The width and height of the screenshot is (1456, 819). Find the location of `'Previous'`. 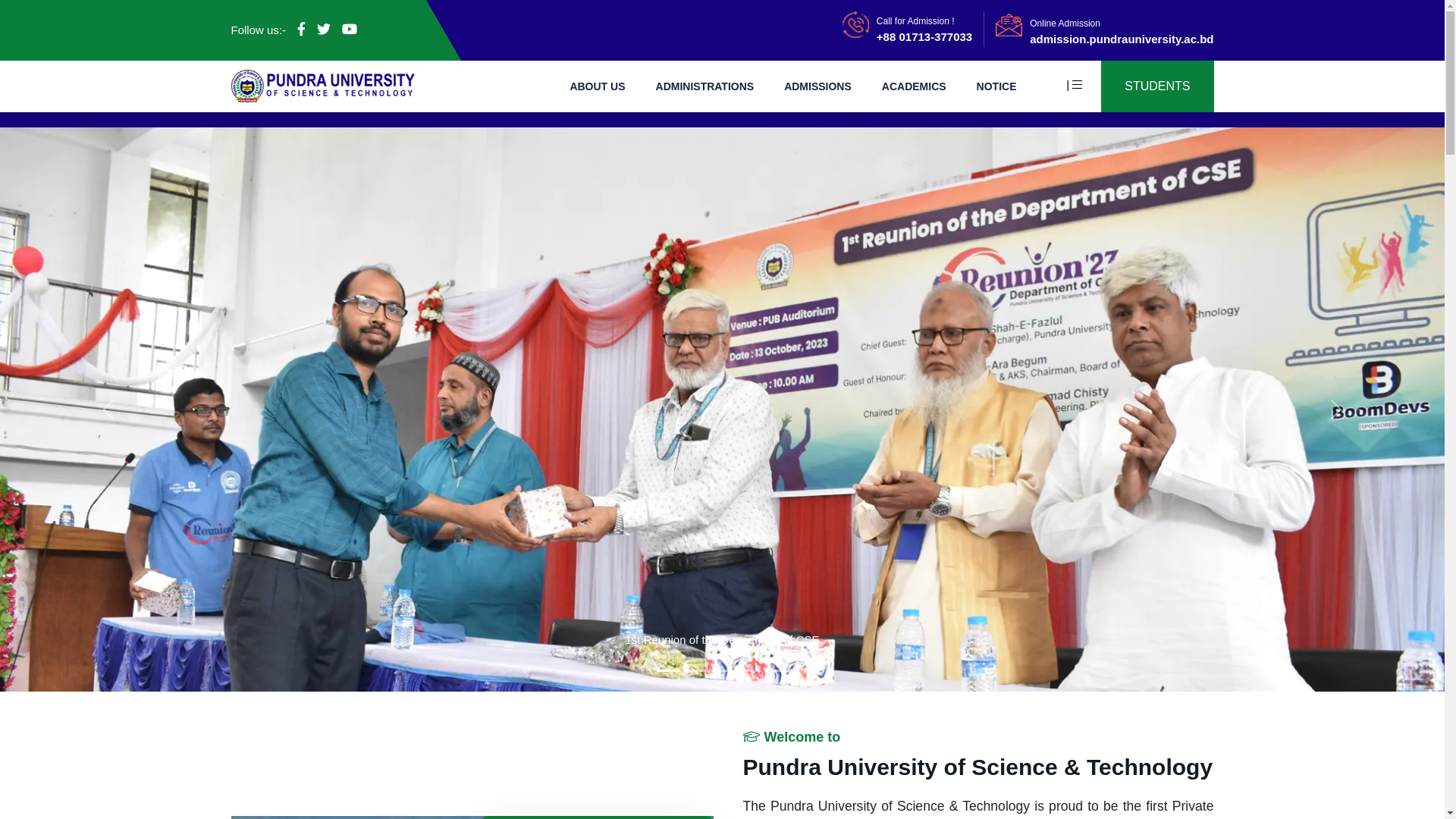

'Previous' is located at coordinates (0, 409).